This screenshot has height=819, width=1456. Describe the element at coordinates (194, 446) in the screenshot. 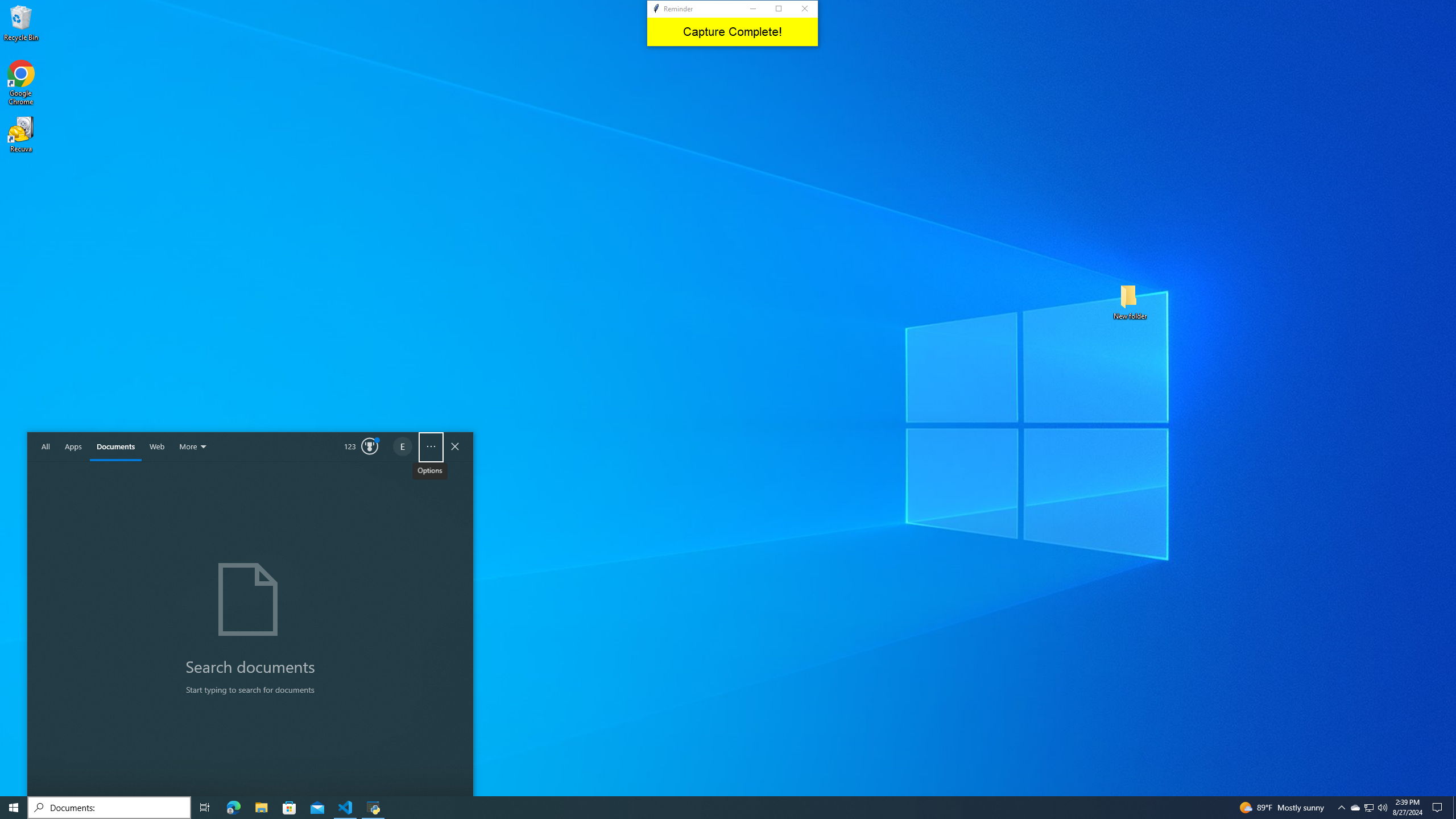

I see `'More'` at that location.